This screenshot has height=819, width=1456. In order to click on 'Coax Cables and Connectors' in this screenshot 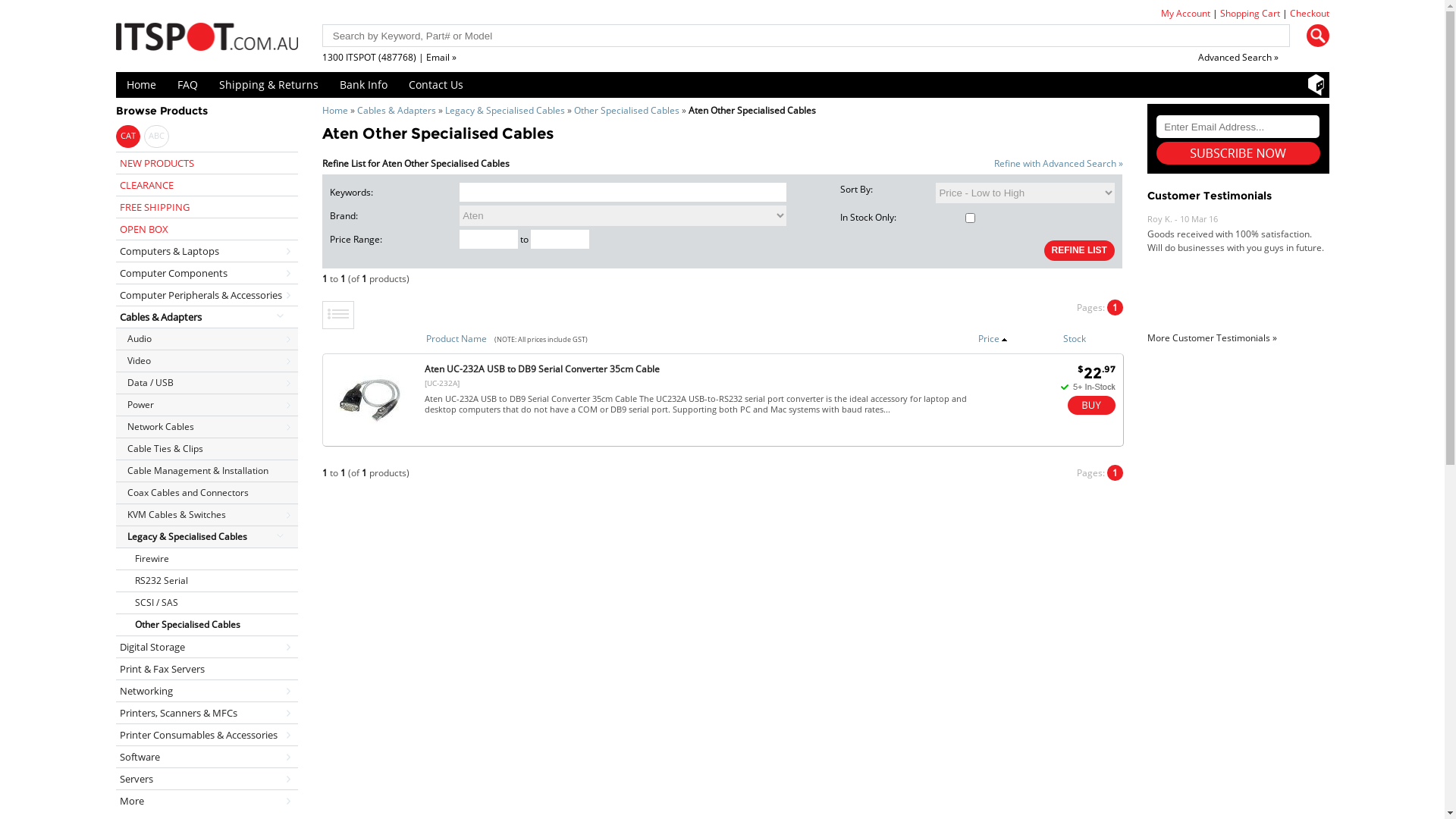, I will do `click(206, 492)`.